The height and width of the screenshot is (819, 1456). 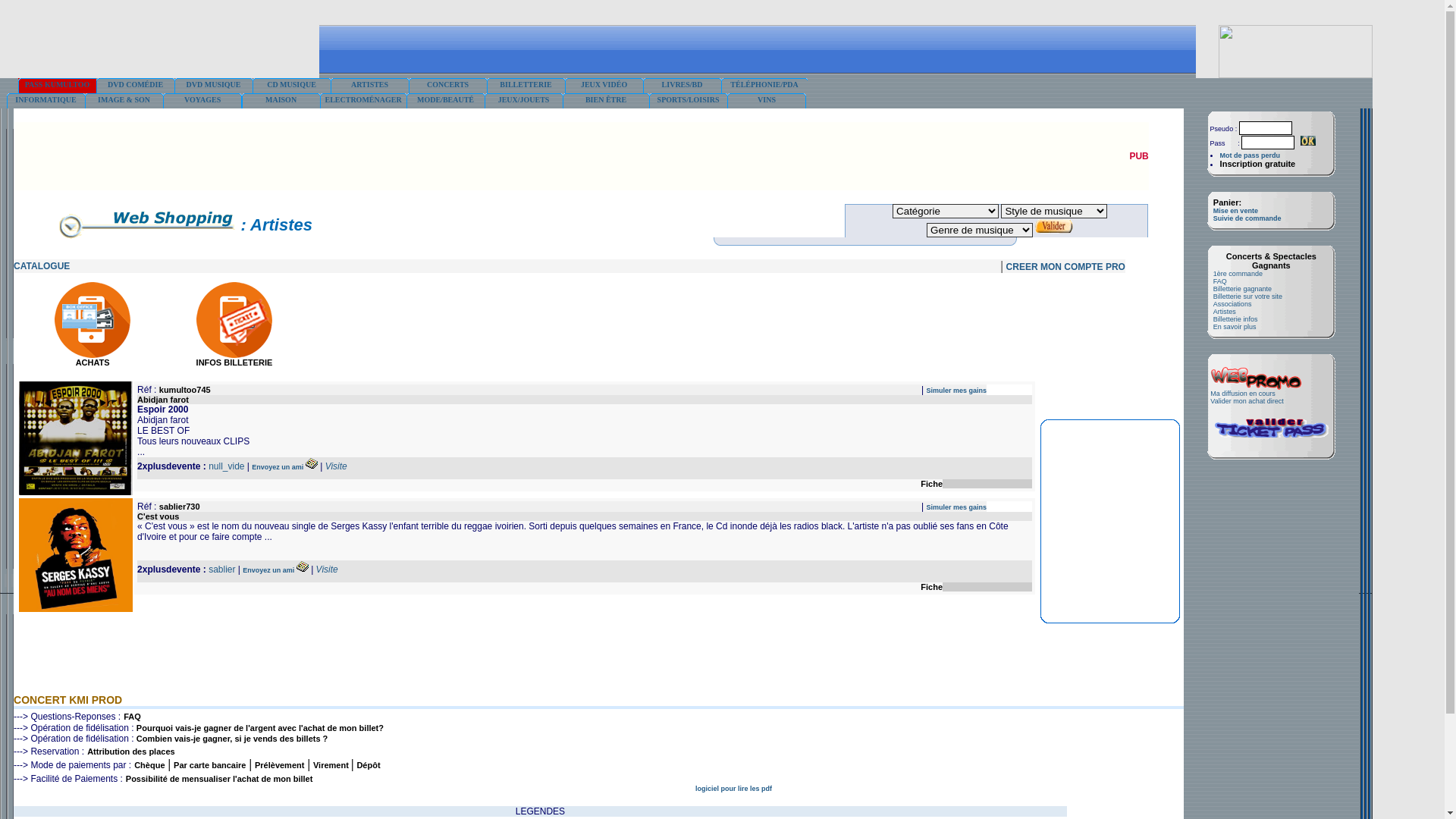 I want to click on 'VOYAGES', so click(x=202, y=100).